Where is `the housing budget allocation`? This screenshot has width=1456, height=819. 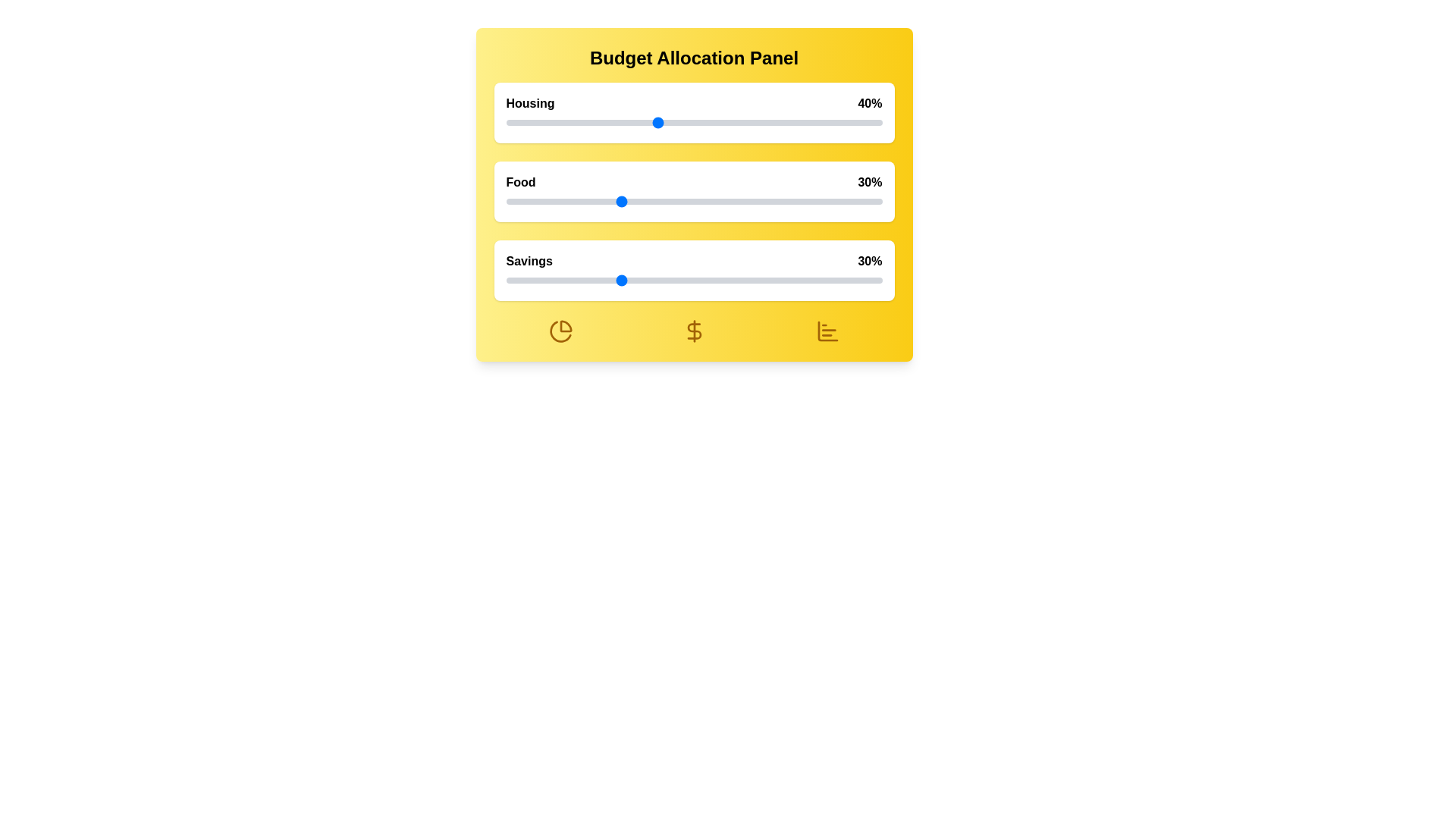
the housing budget allocation is located at coordinates (623, 122).